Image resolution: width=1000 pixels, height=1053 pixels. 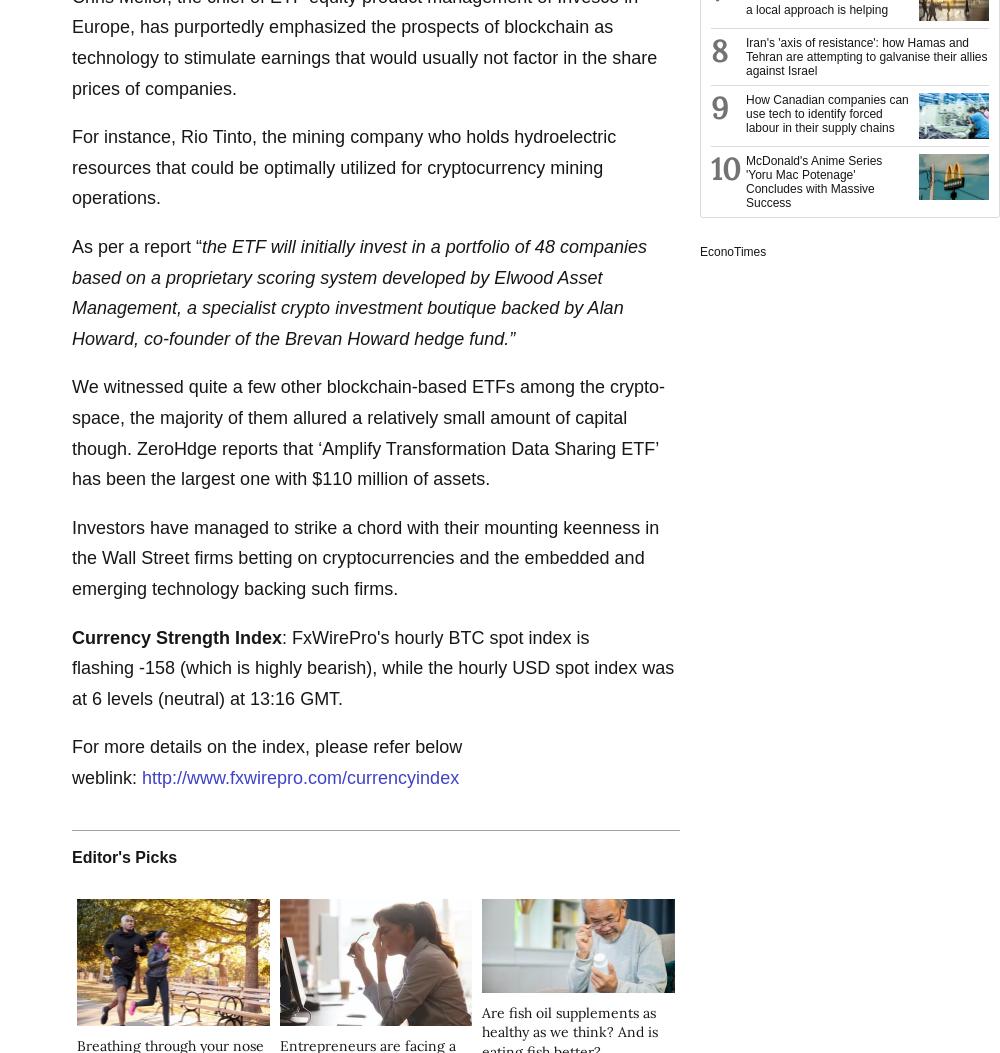 What do you see at coordinates (358, 292) in the screenshot?
I see `'the ETF will initially invest in a portfolio of 48 companies based on a proprietary scoring system developed by Elwood Asset Management, a specialist crypto investment boutique backed by Alan Howard, co-founder of the Brevan Howard hedge fund.”'` at bounding box center [358, 292].